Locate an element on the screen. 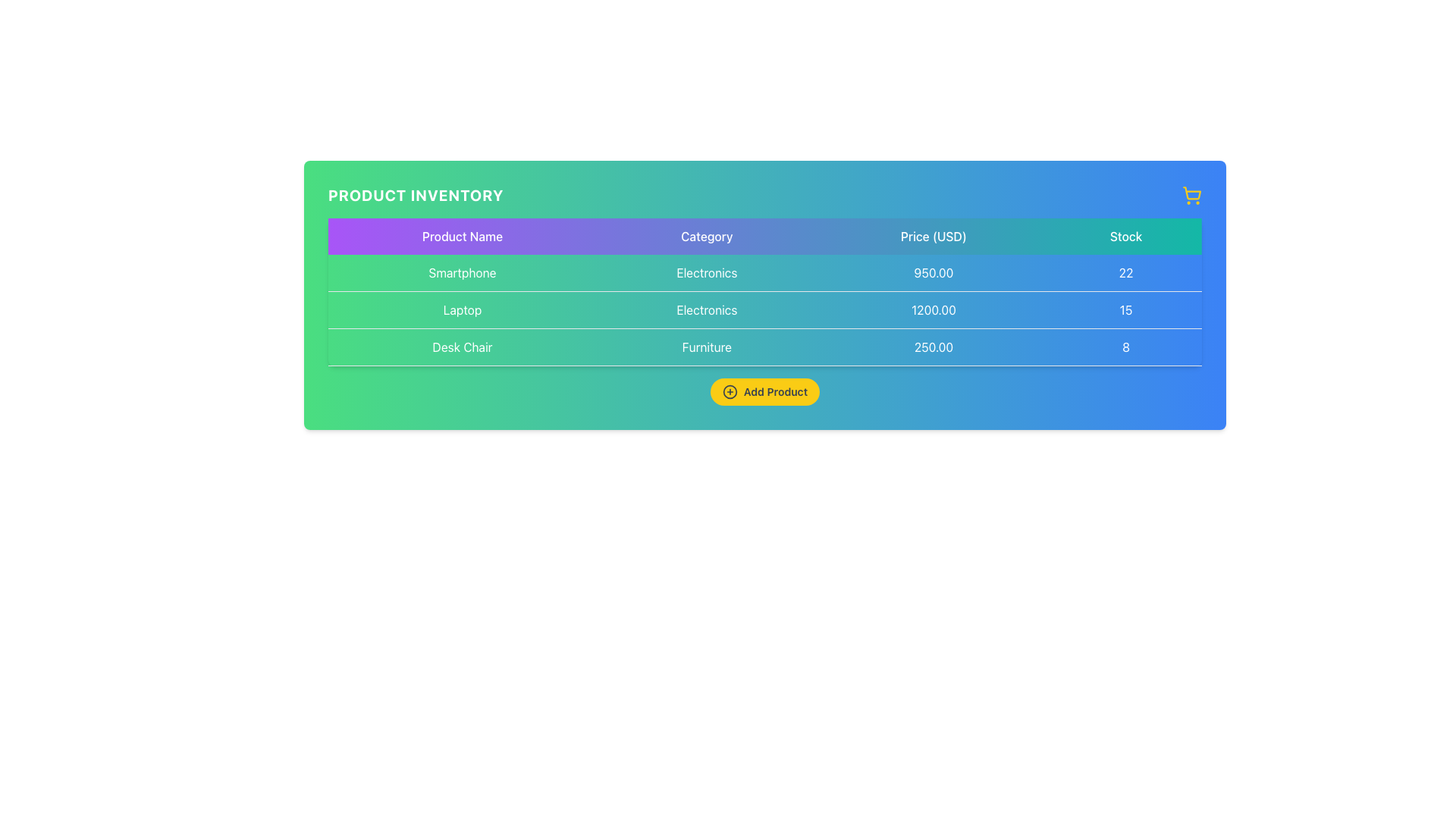 This screenshot has height=819, width=1456. the static text element displaying the number '22', which is styled in white text on a blue background, located in the last column of the first row of a table-like structure is located at coordinates (1126, 273).